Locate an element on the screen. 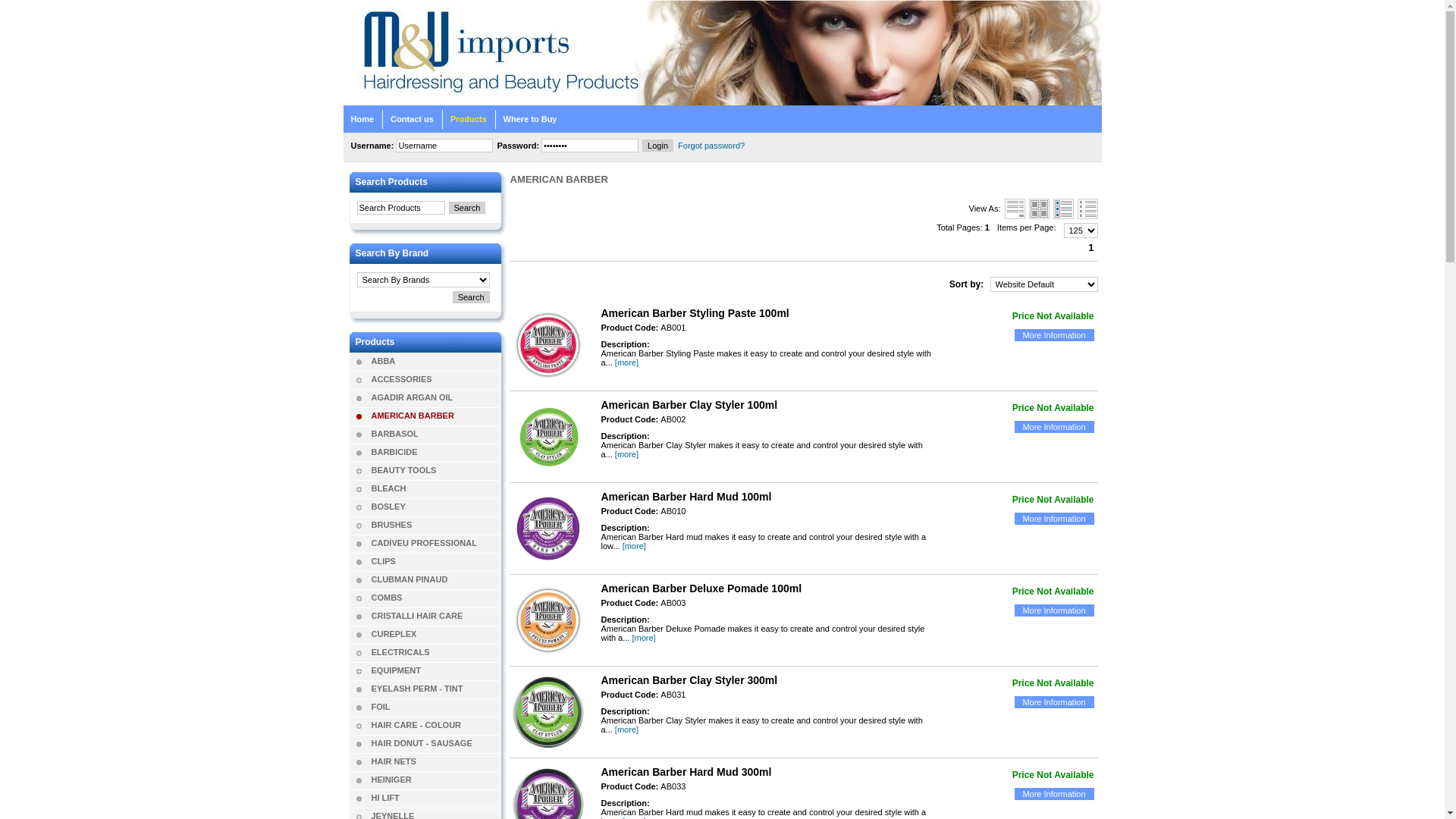 This screenshot has width=1456, height=819. 'EYELASH PERM - TINT' is located at coordinates (435, 688).